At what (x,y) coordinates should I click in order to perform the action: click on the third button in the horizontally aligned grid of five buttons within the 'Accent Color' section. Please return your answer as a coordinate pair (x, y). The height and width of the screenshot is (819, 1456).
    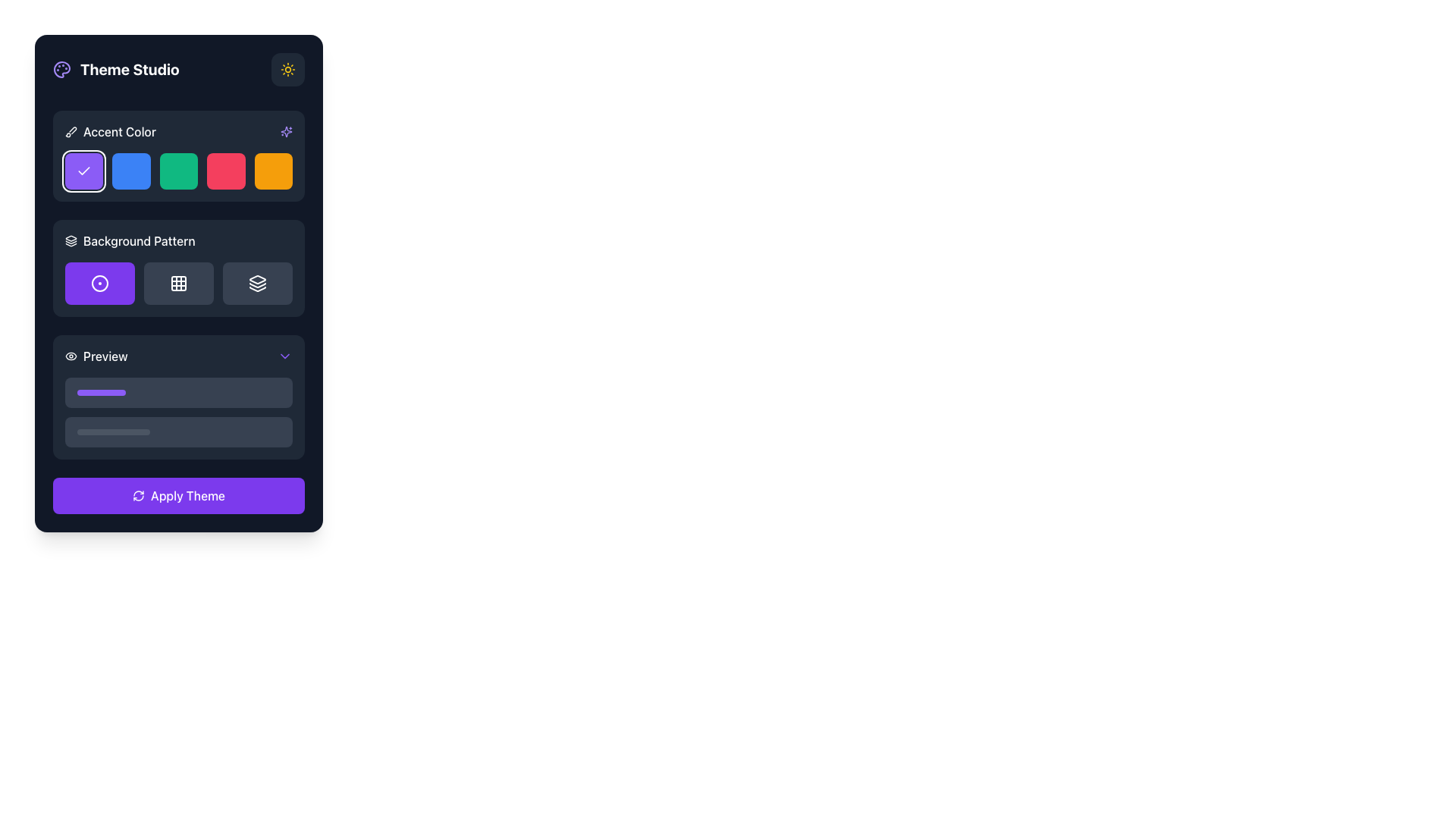
    Looking at the image, I should click on (178, 171).